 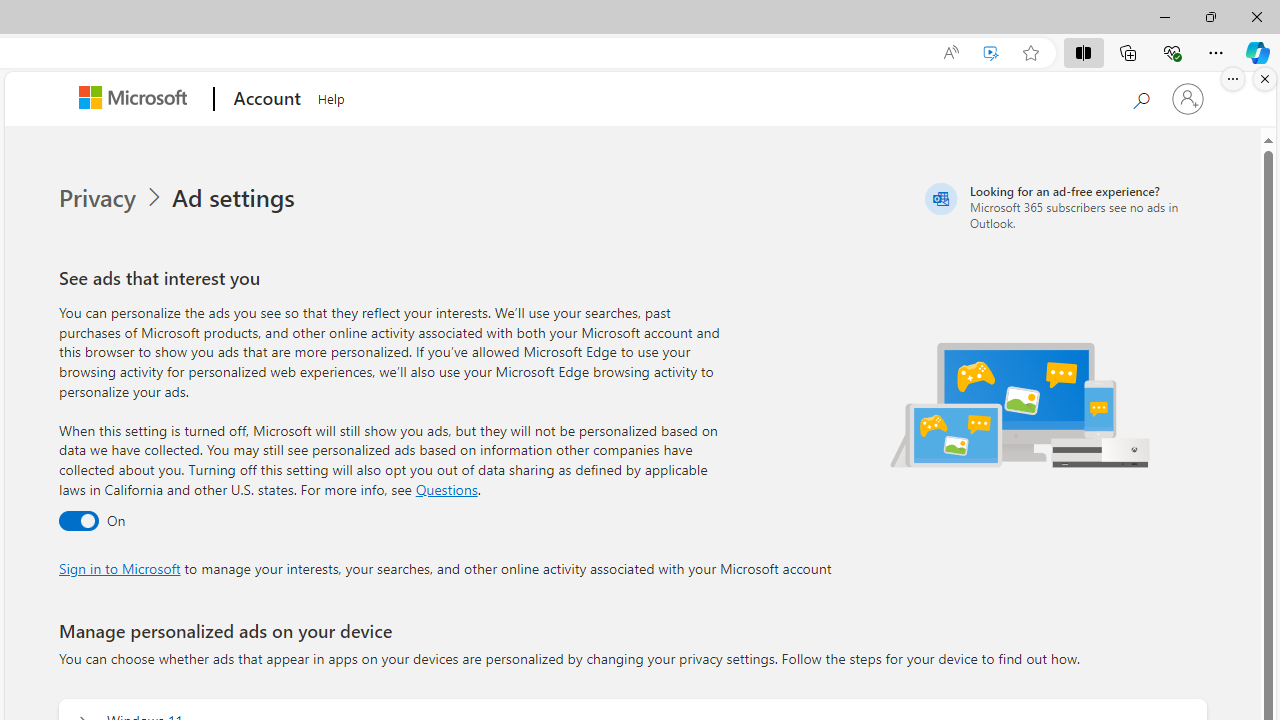 I want to click on 'Search Microsoft.com', so click(x=1140, y=97).